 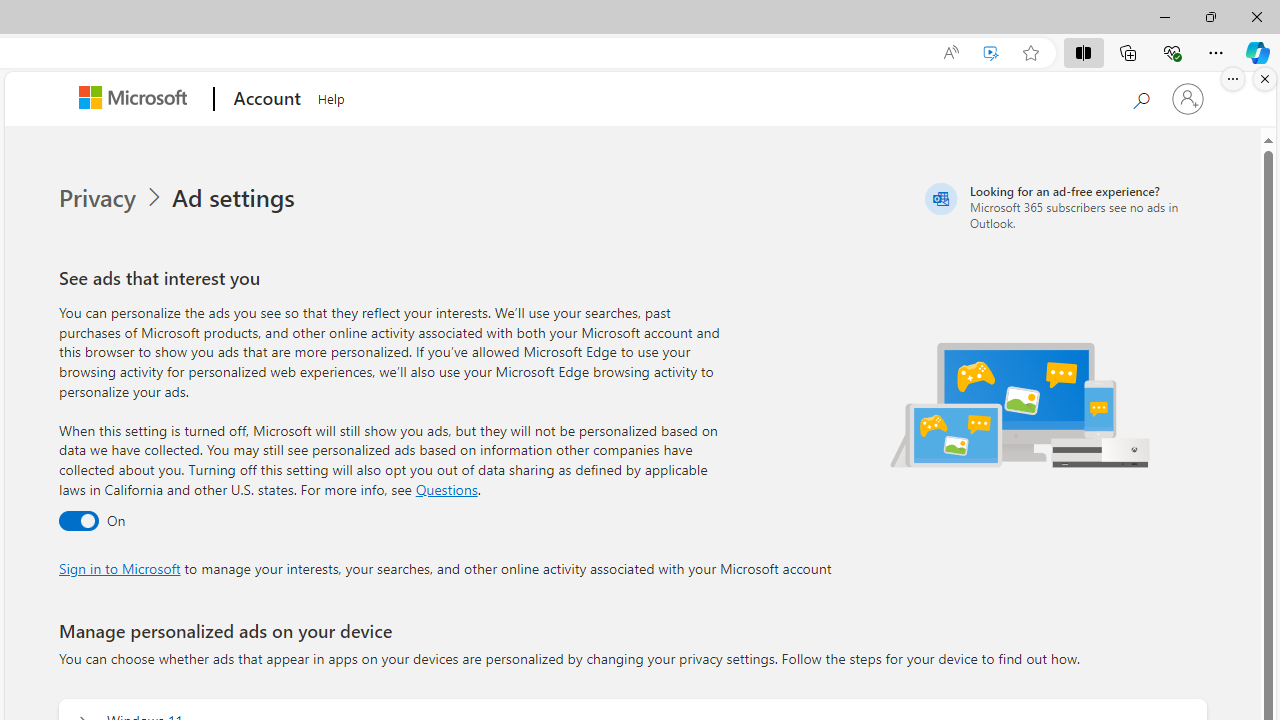 I want to click on 'Search Microsoft.com', so click(x=1140, y=97).